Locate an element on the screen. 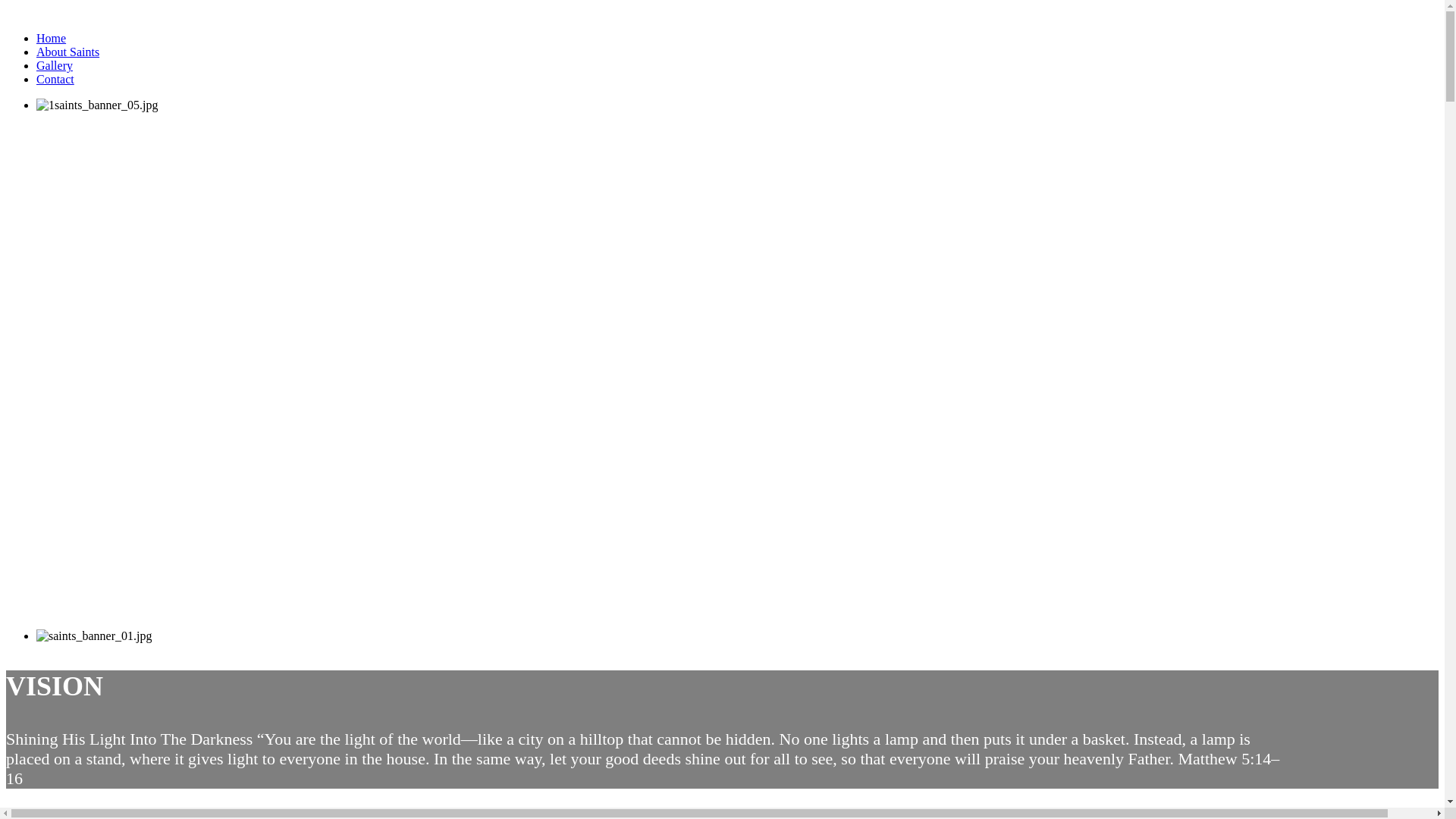 The width and height of the screenshot is (1456, 819). 'About Saints' is located at coordinates (67, 51).